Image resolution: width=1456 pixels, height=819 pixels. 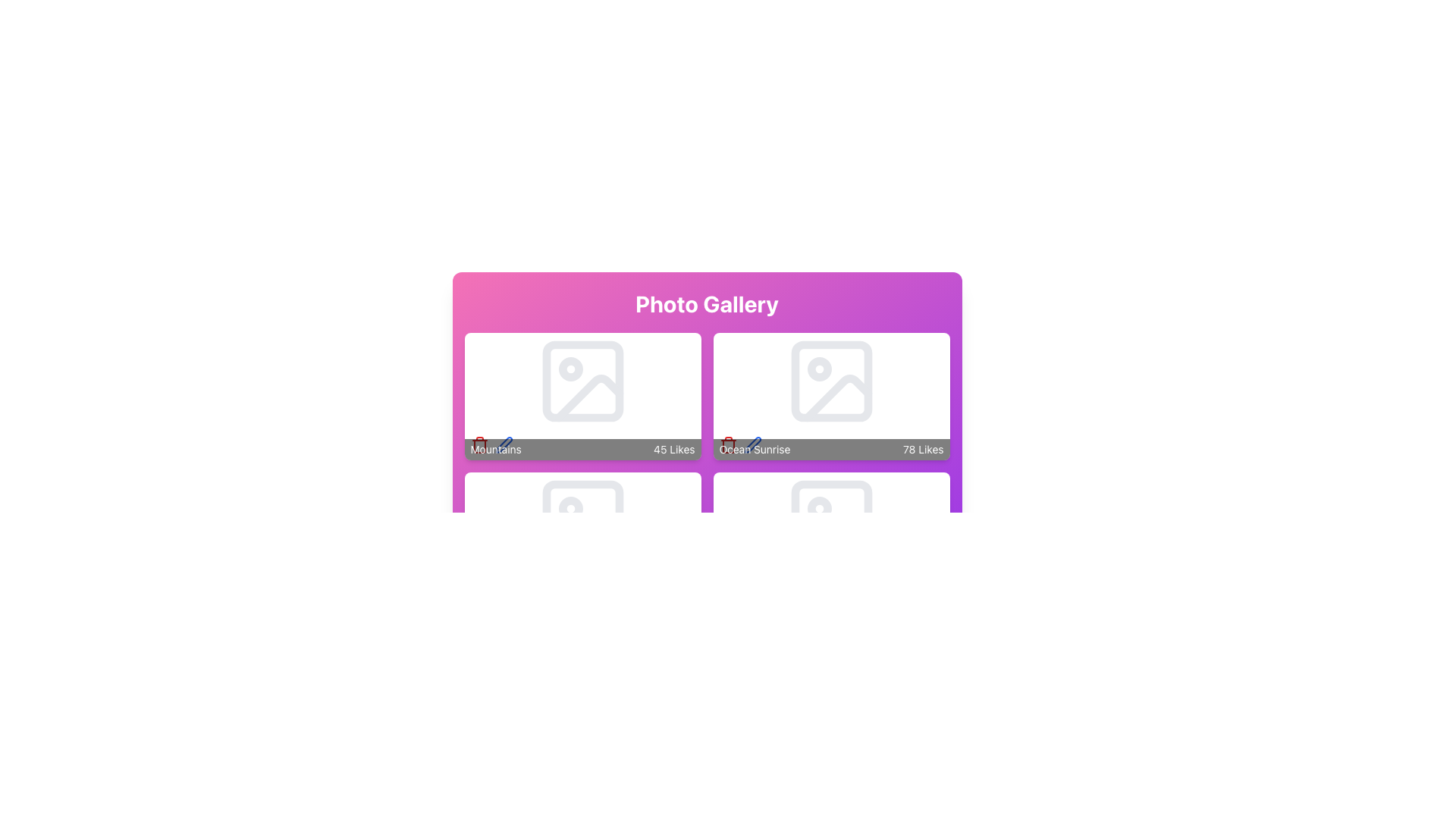 I want to click on the static text label displaying '45 Likes' located in the lower right portion of the upper left photo card, which is aligned to the right side of the bar containing 'Mountains', so click(x=673, y=449).